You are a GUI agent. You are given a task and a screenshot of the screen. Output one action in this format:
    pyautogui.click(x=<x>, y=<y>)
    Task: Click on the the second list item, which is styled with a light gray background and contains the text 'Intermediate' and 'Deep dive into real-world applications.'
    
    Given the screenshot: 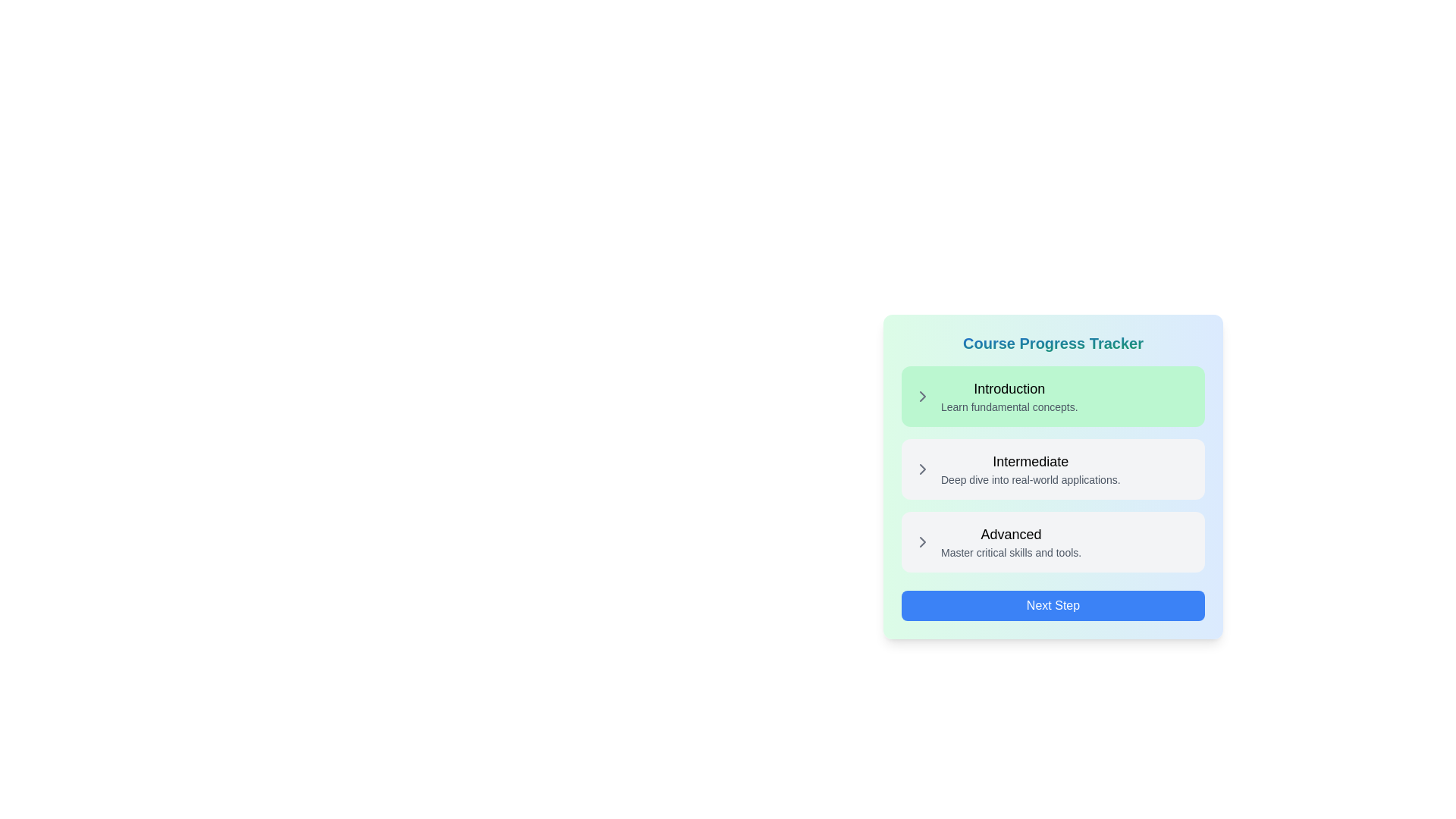 What is the action you would take?
    pyautogui.click(x=1052, y=468)
    